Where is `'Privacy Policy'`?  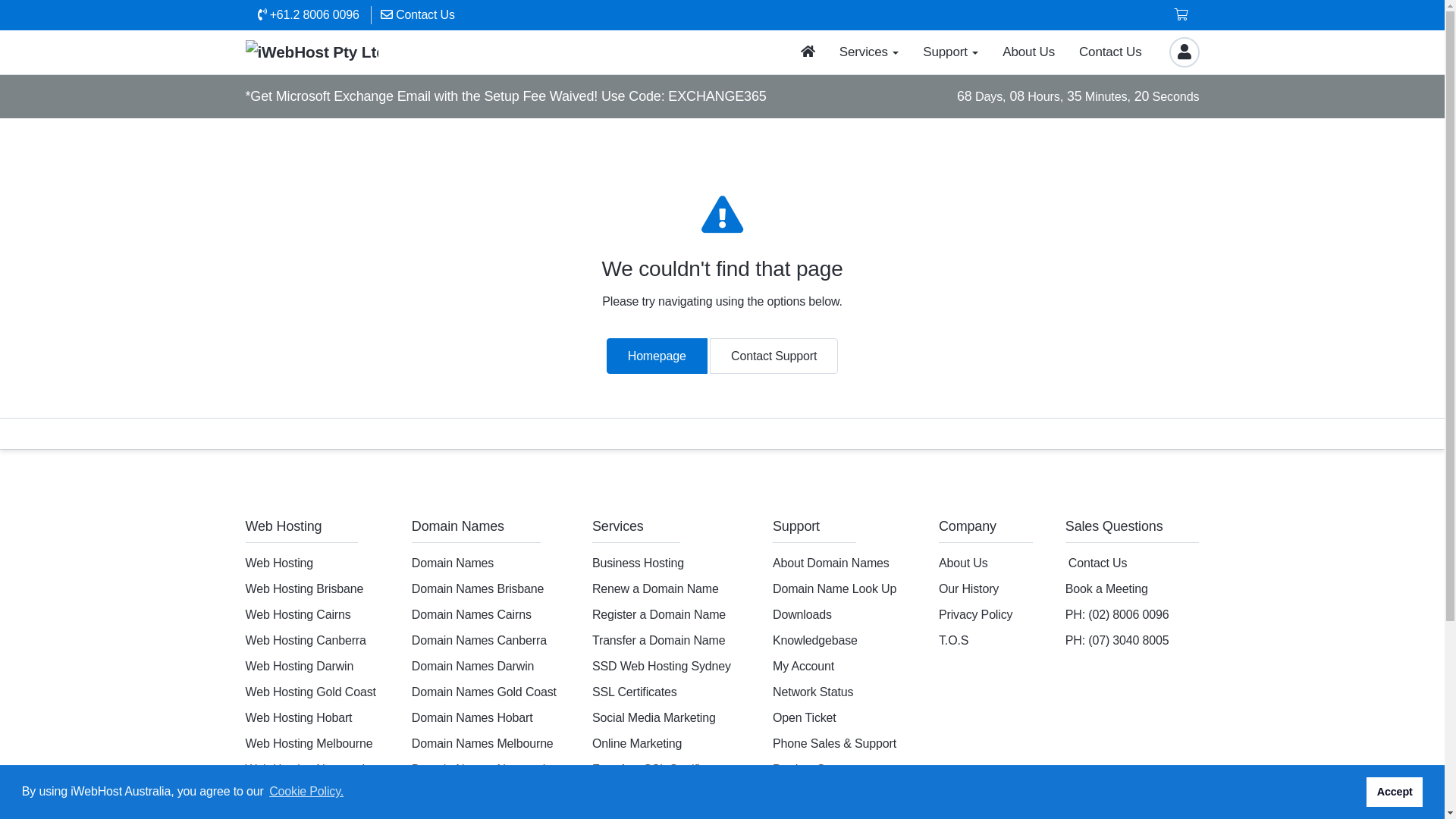 'Privacy Policy' is located at coordinates (975, 614).